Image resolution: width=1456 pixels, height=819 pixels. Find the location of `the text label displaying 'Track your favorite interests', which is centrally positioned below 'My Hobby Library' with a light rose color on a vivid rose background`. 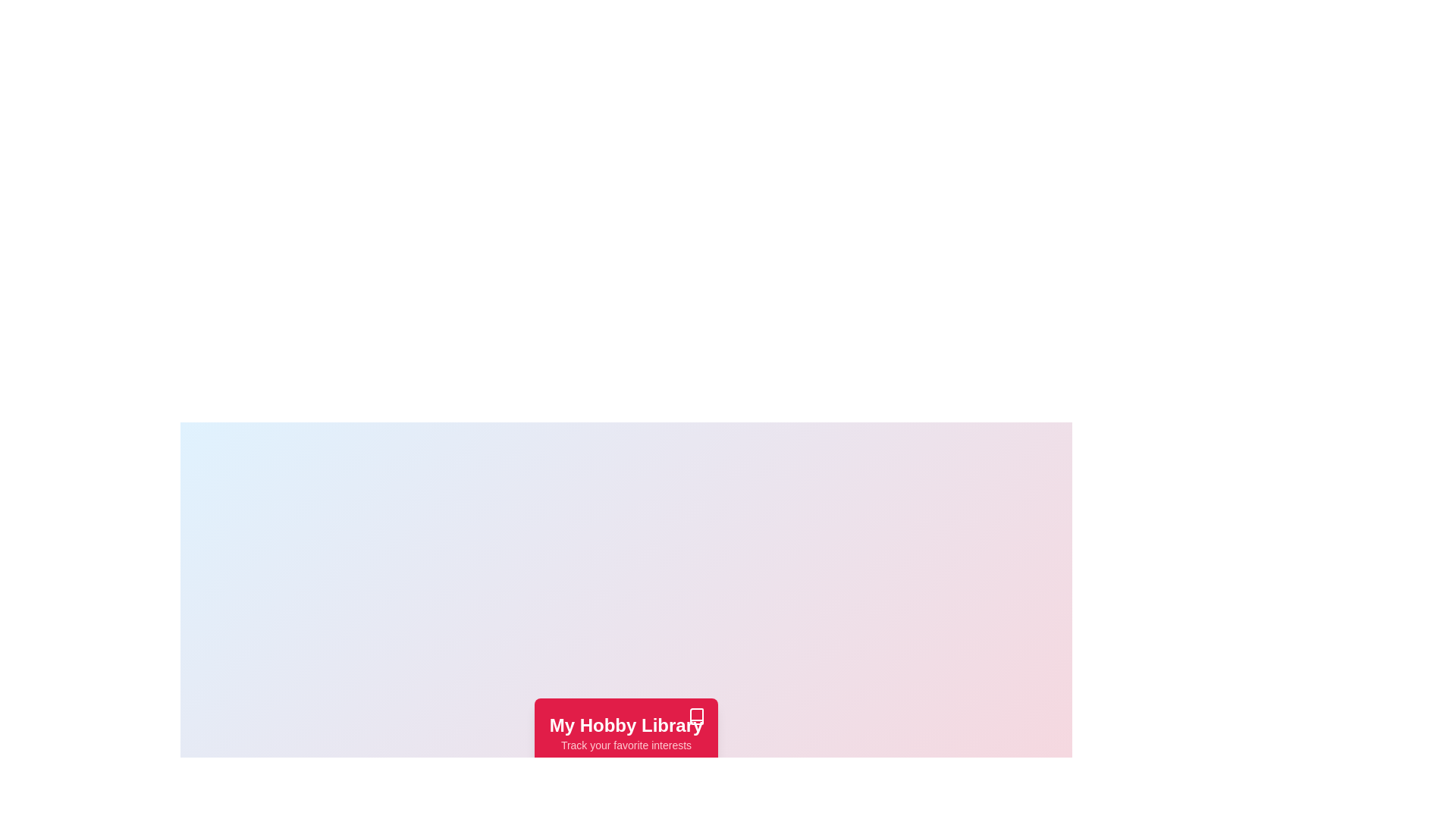

the text label displaying 'Track your favorite interests', which is centrally positioned below 'My Hobby Library' with a light rose color on a vivid rose background is located at coordinates (626, 745).